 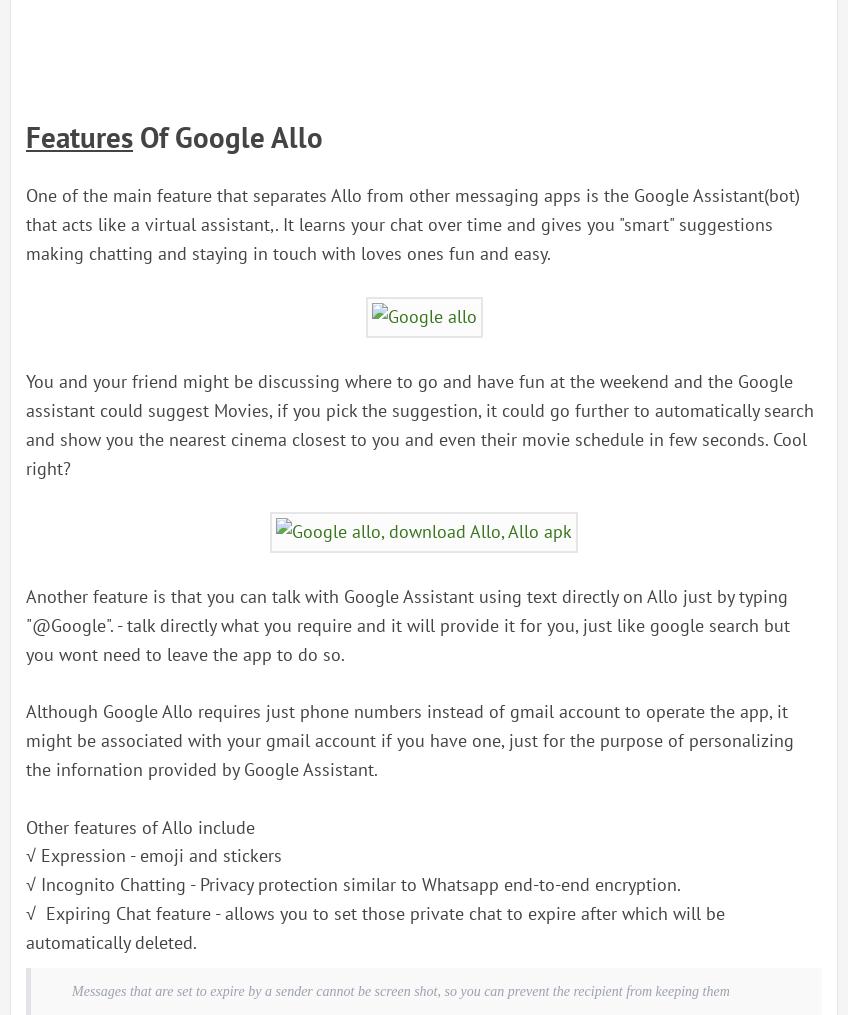 I want to click on '√ Incognito Chatting - Privacy protection similar to Whatsapp end-to-end encryption.', so click(x=352, y=883).